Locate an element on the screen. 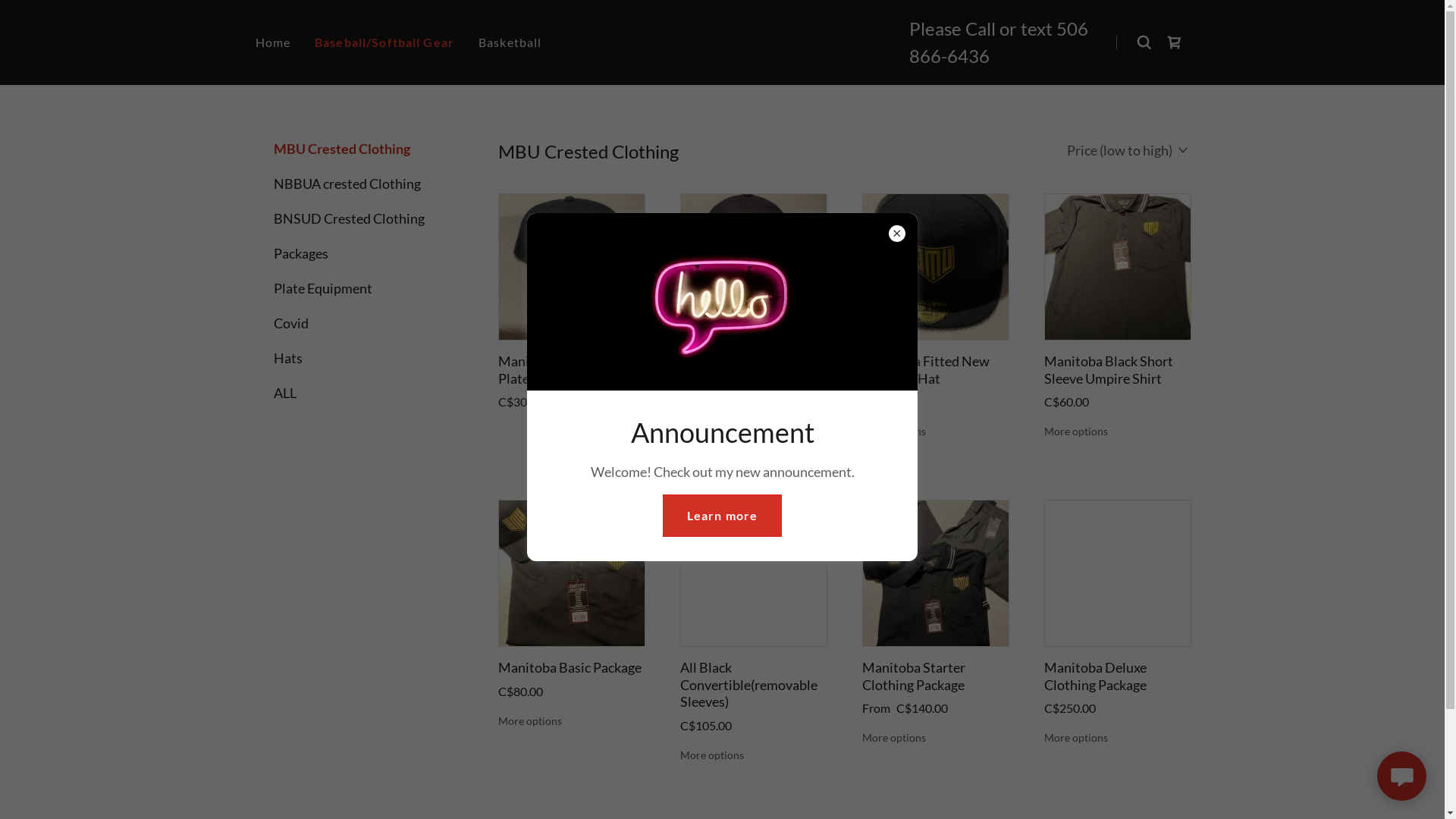 The image size is (1456, 819). 'Learn more' is located at coordinates (721, 514).